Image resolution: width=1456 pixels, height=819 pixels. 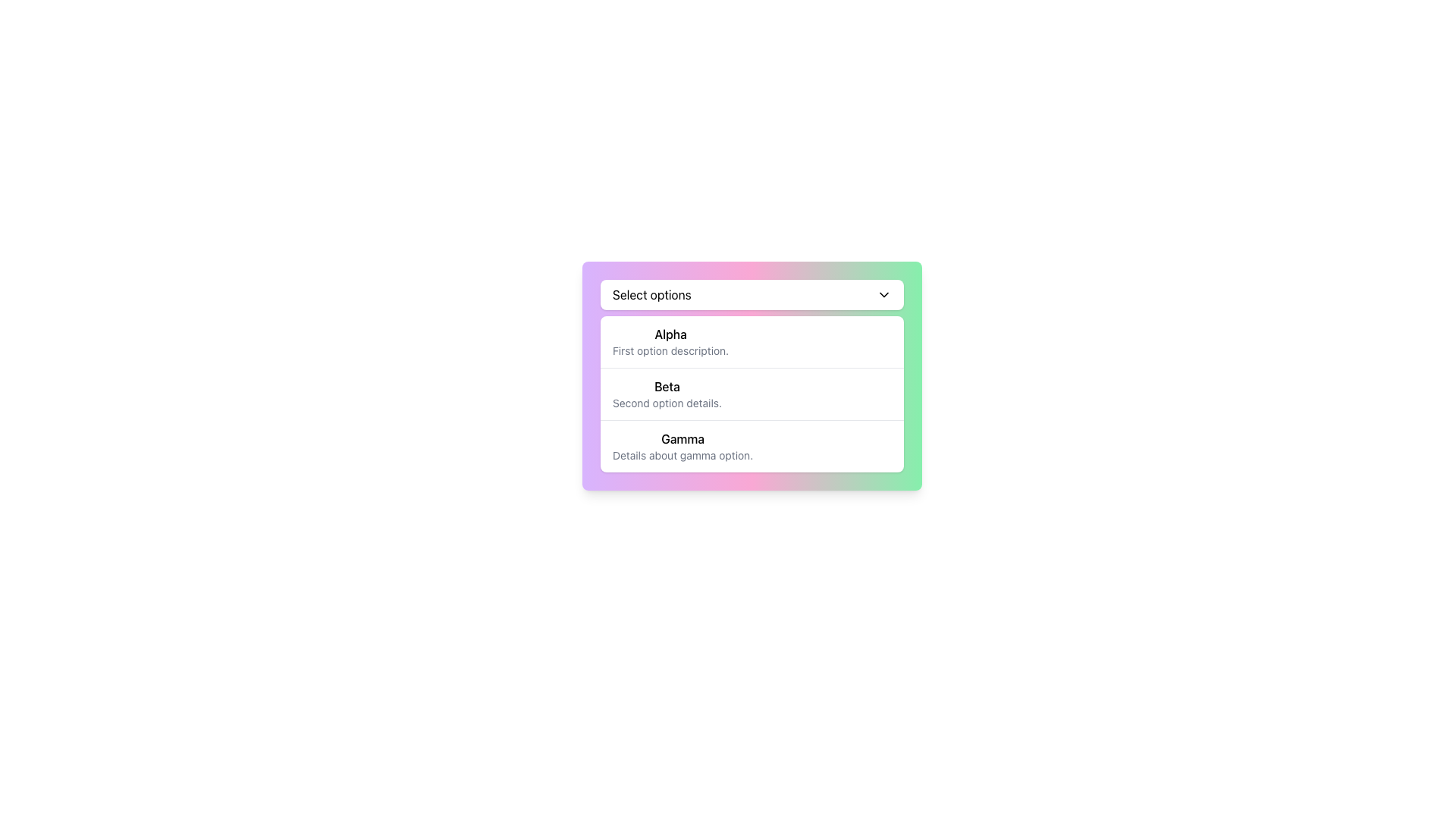 I want to click on to select the second entry in the dropdown list, which is labeled 'Beta' and has a lighter description 'Second option details.', so click(x=667, y=394).